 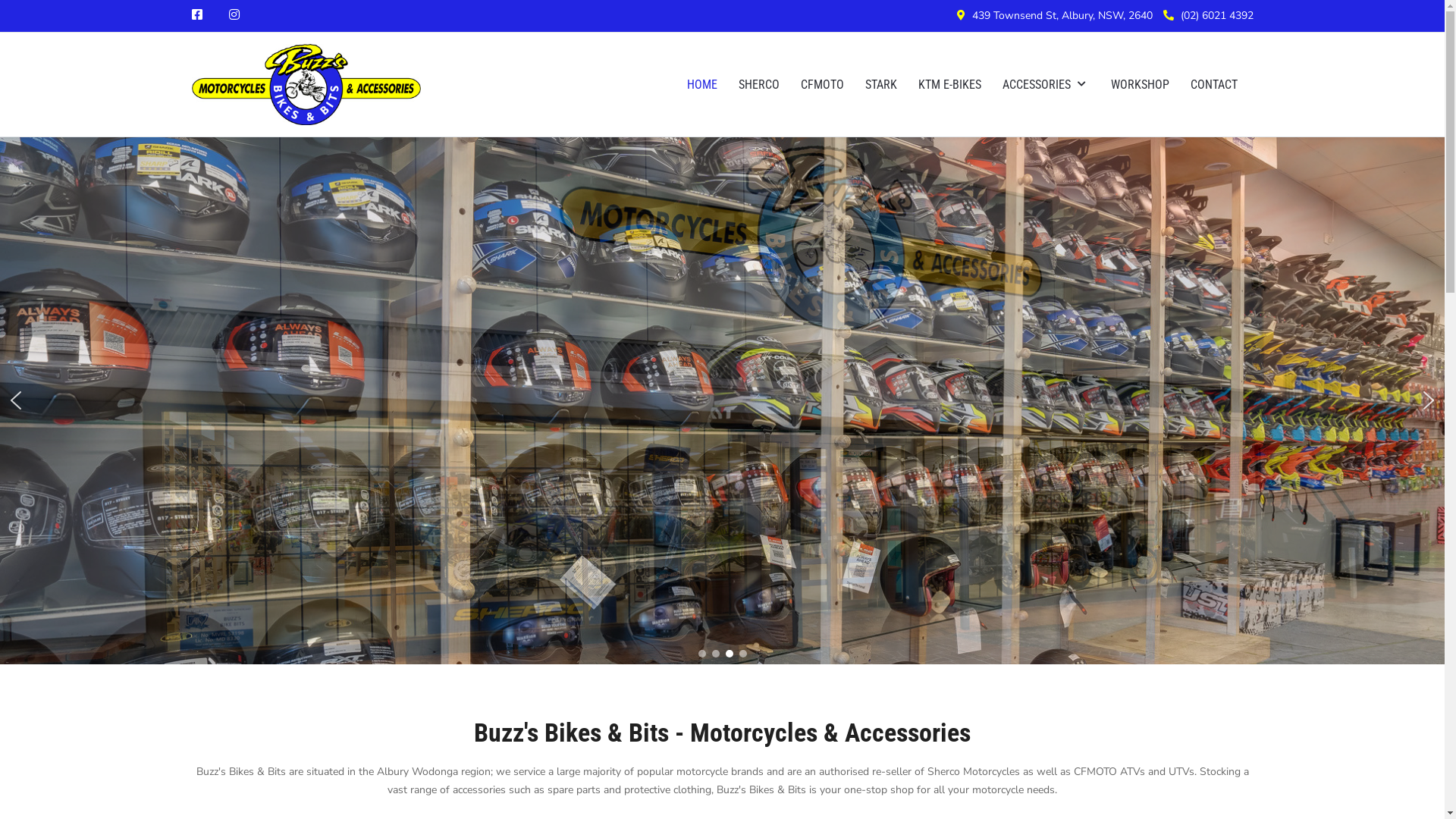 What do you see at coordinates (880, 84) in the screenshot?
I see `'STARK'` at bounding box center [880, 84].